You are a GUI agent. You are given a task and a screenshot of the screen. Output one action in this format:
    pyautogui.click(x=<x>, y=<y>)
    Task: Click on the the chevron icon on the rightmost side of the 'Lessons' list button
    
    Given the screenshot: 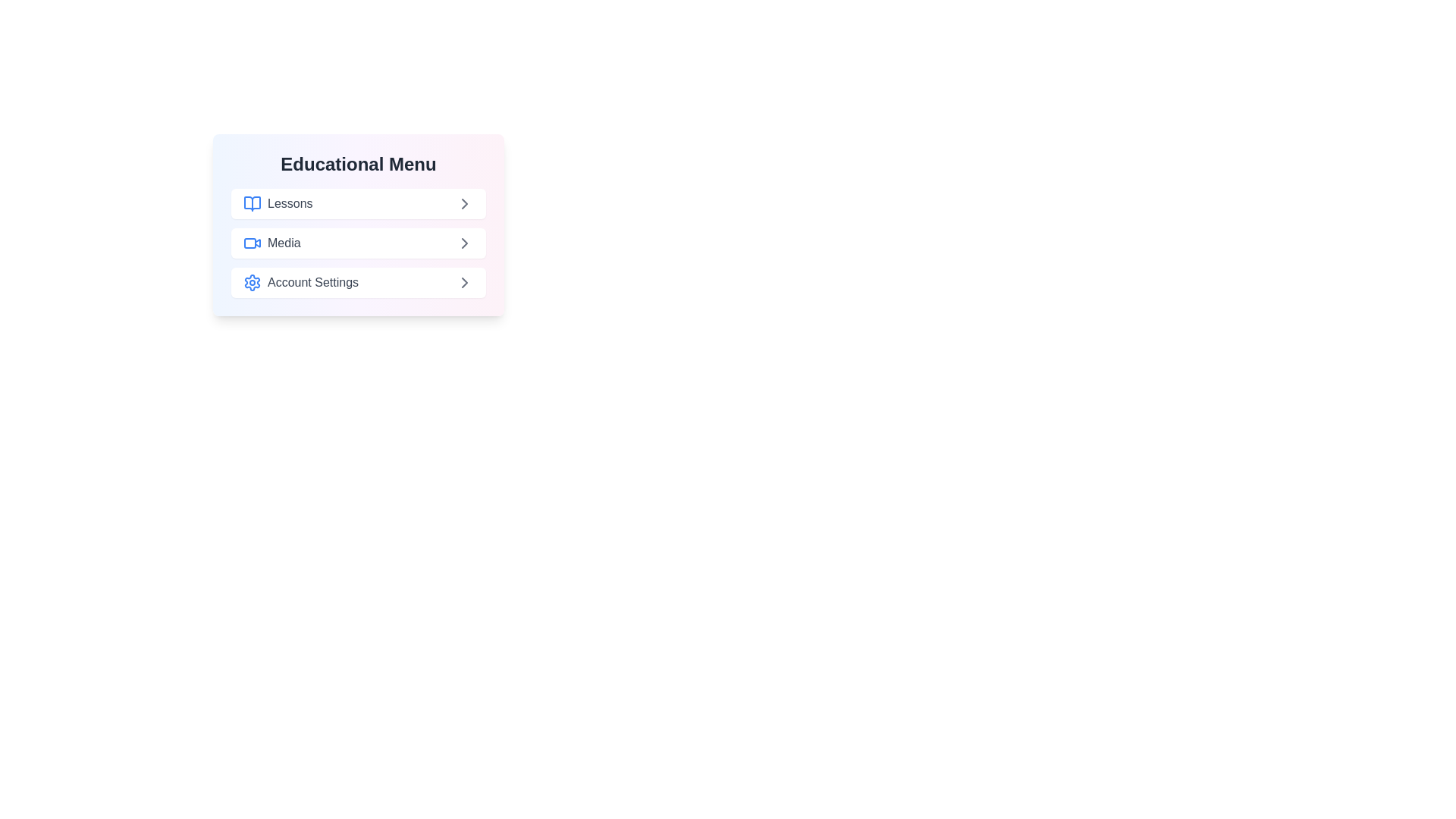 What is the action you would take?
    pyautogui.click(x=464, y=203)
    